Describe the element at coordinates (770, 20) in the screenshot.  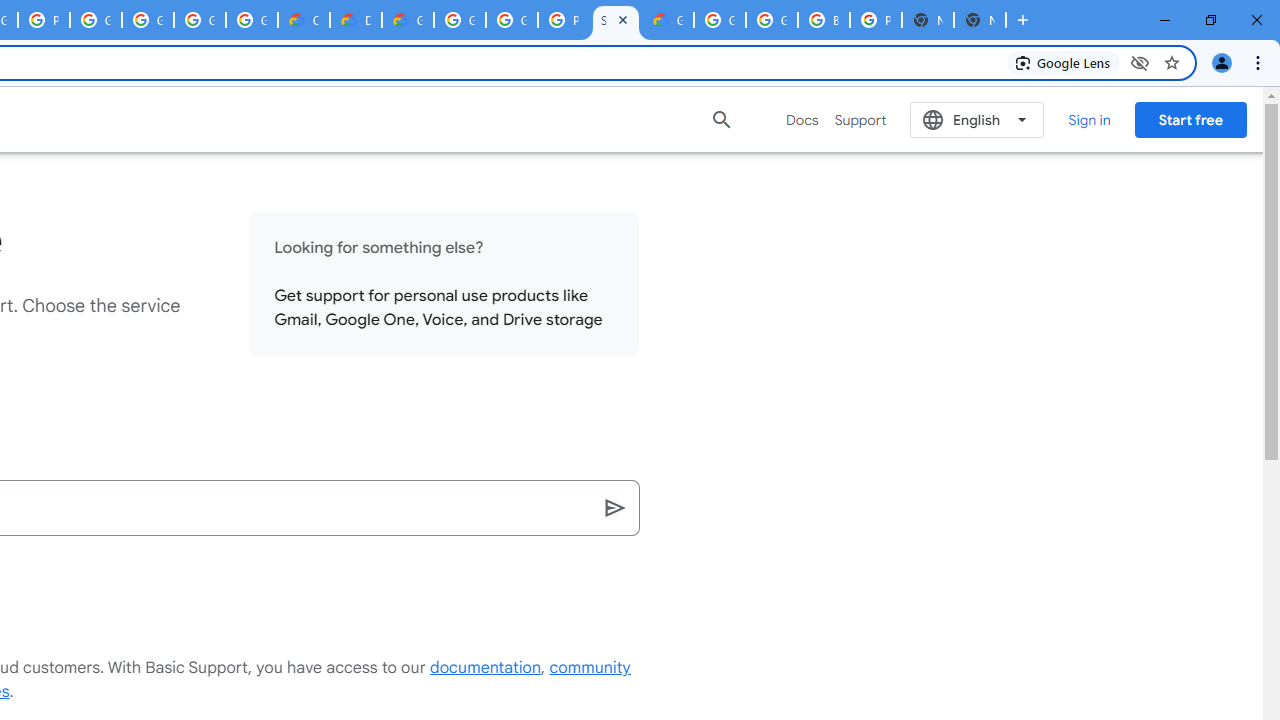
I see `'Google Cloud Platform'` at that location.